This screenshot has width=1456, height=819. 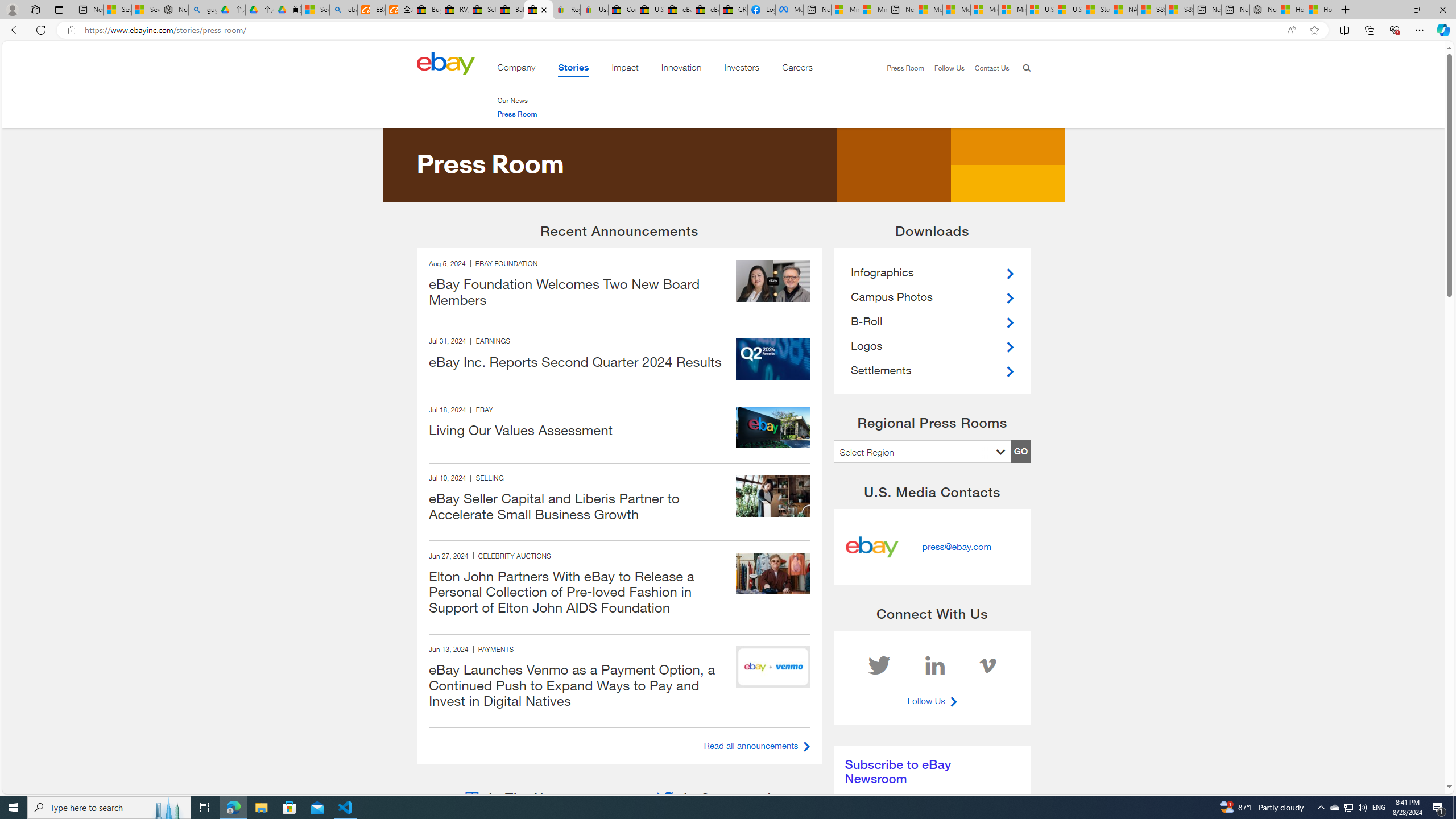 What do you see at coordinates (445, 63) in the screenshot?
I see `'Class: desktop'` at bounding box center [445, 63].